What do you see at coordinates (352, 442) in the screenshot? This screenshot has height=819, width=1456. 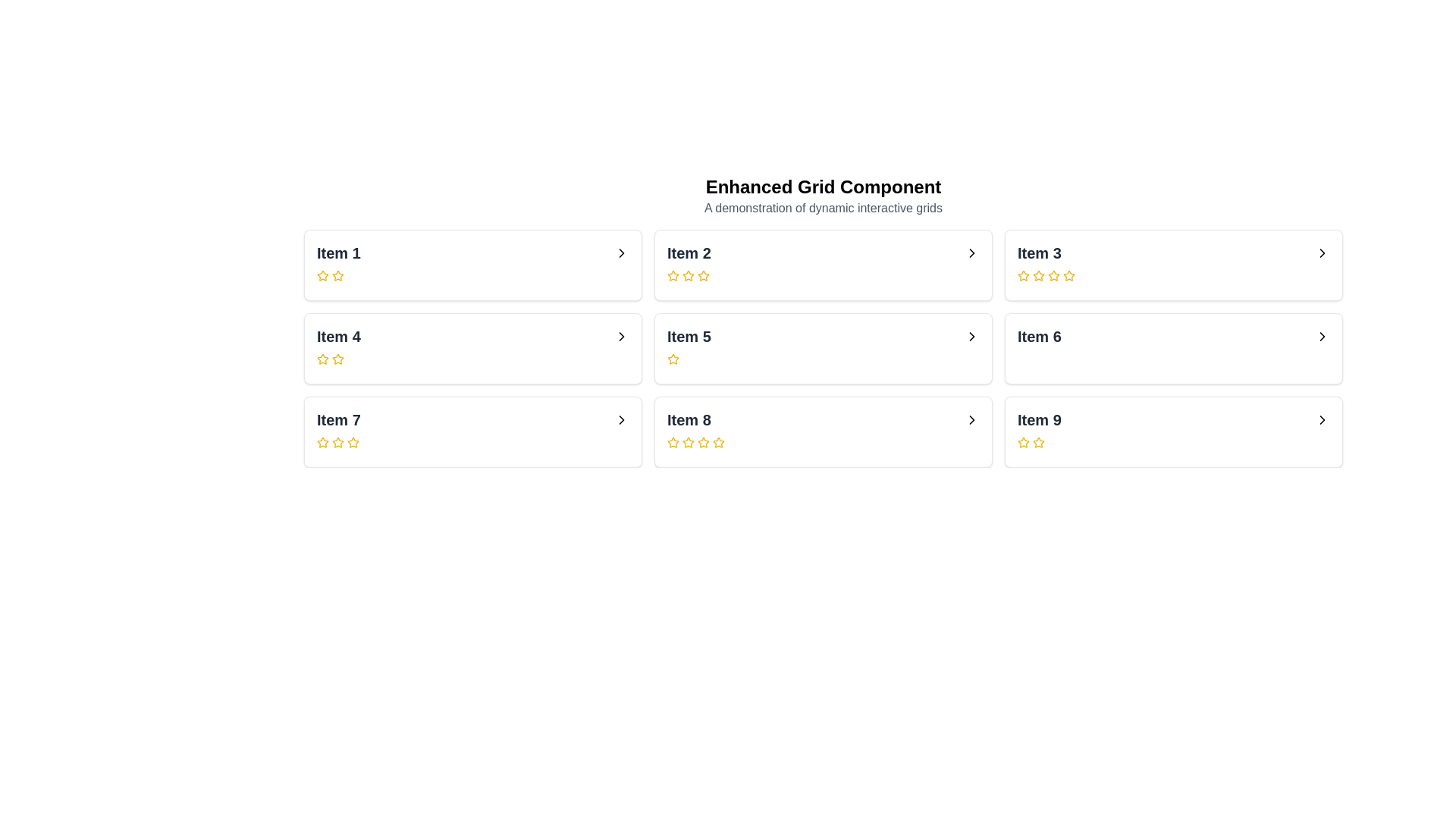 I see `the fifth yellow outlined star icon in the rating sequence for 'Item 7'` at bounding box center [352, 442].